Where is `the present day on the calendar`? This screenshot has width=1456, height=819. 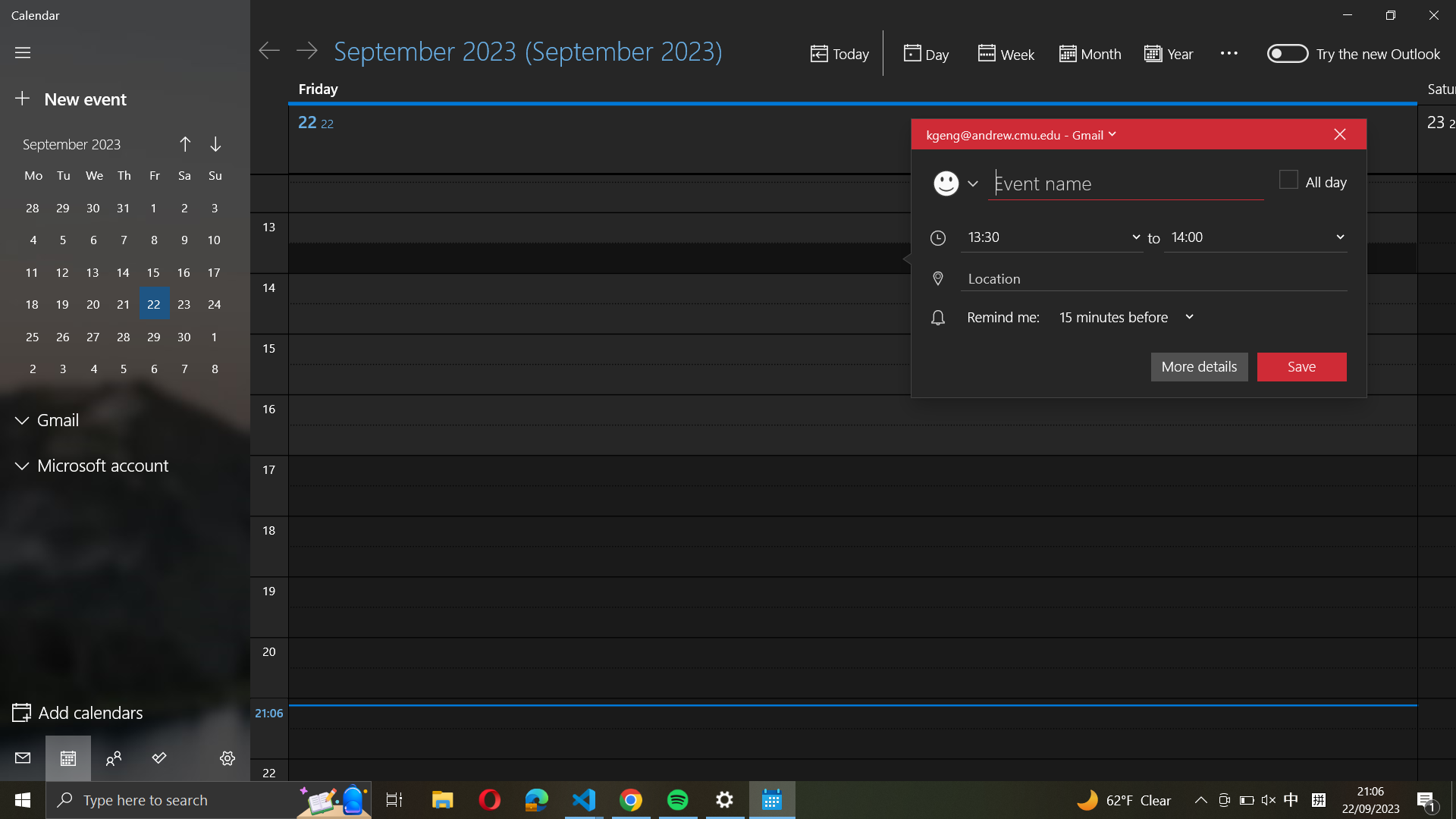
the present day on the calendar is located at coordinates (838, 54).